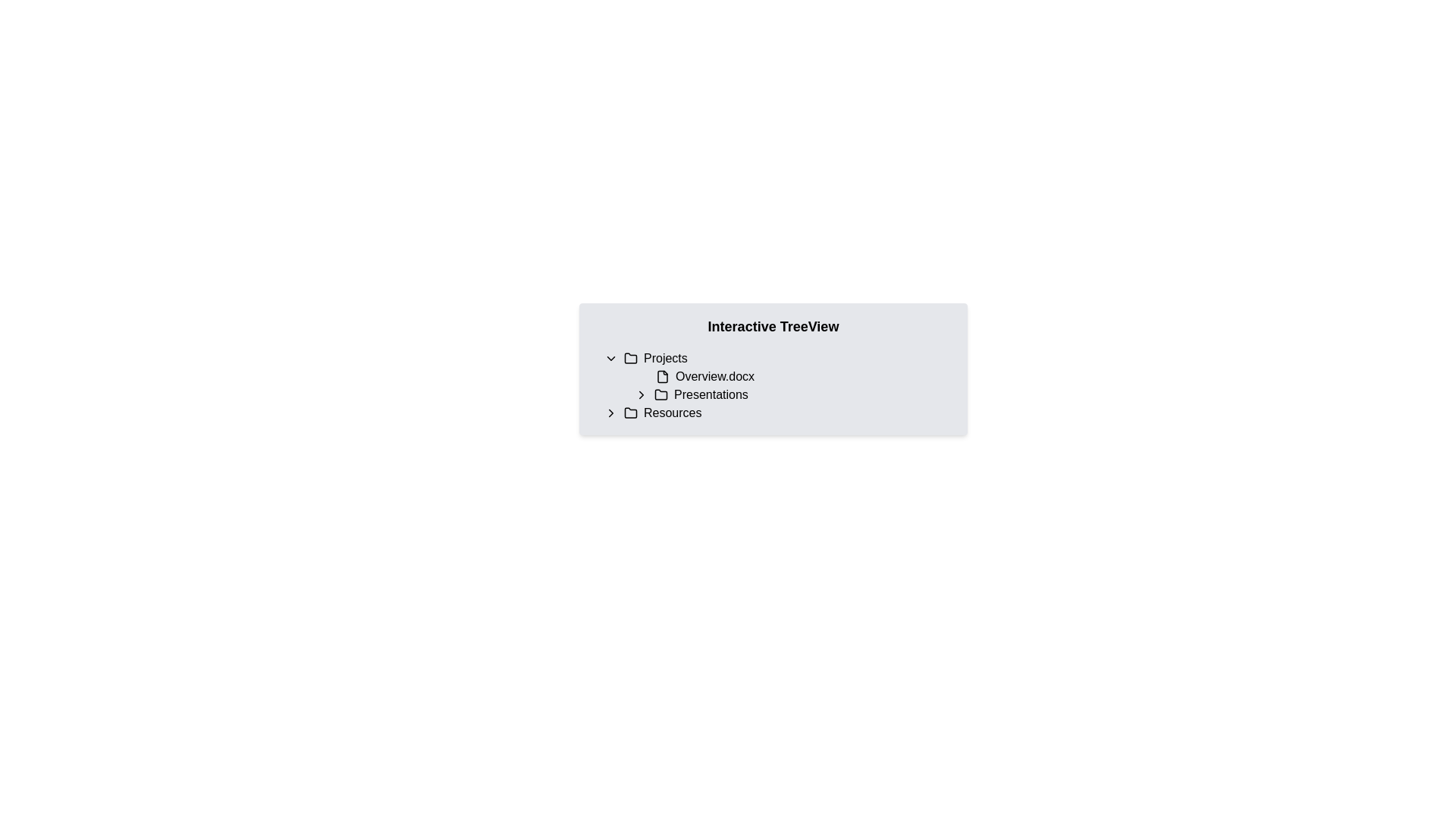 This screenshot has width=1456, height=819. Describe the element at coordinates (611, 413) in the screenshot. I see `the chevron icon located immediately to the left of the 'Resources' text` at that location.